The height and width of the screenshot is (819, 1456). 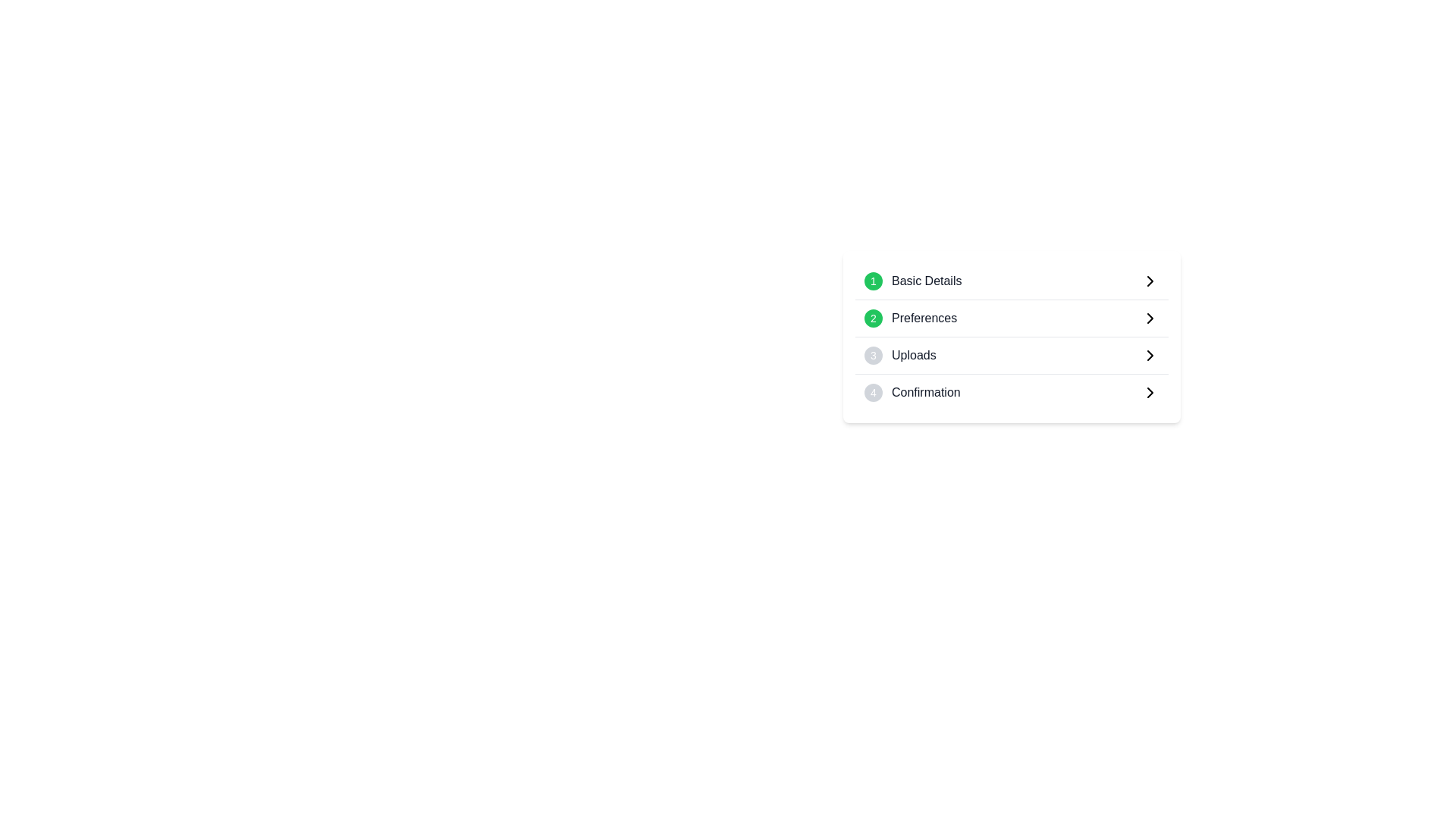 I want to click on the highlighted step indicator section titled '2 Preferences', so click(x=1012, y=336).